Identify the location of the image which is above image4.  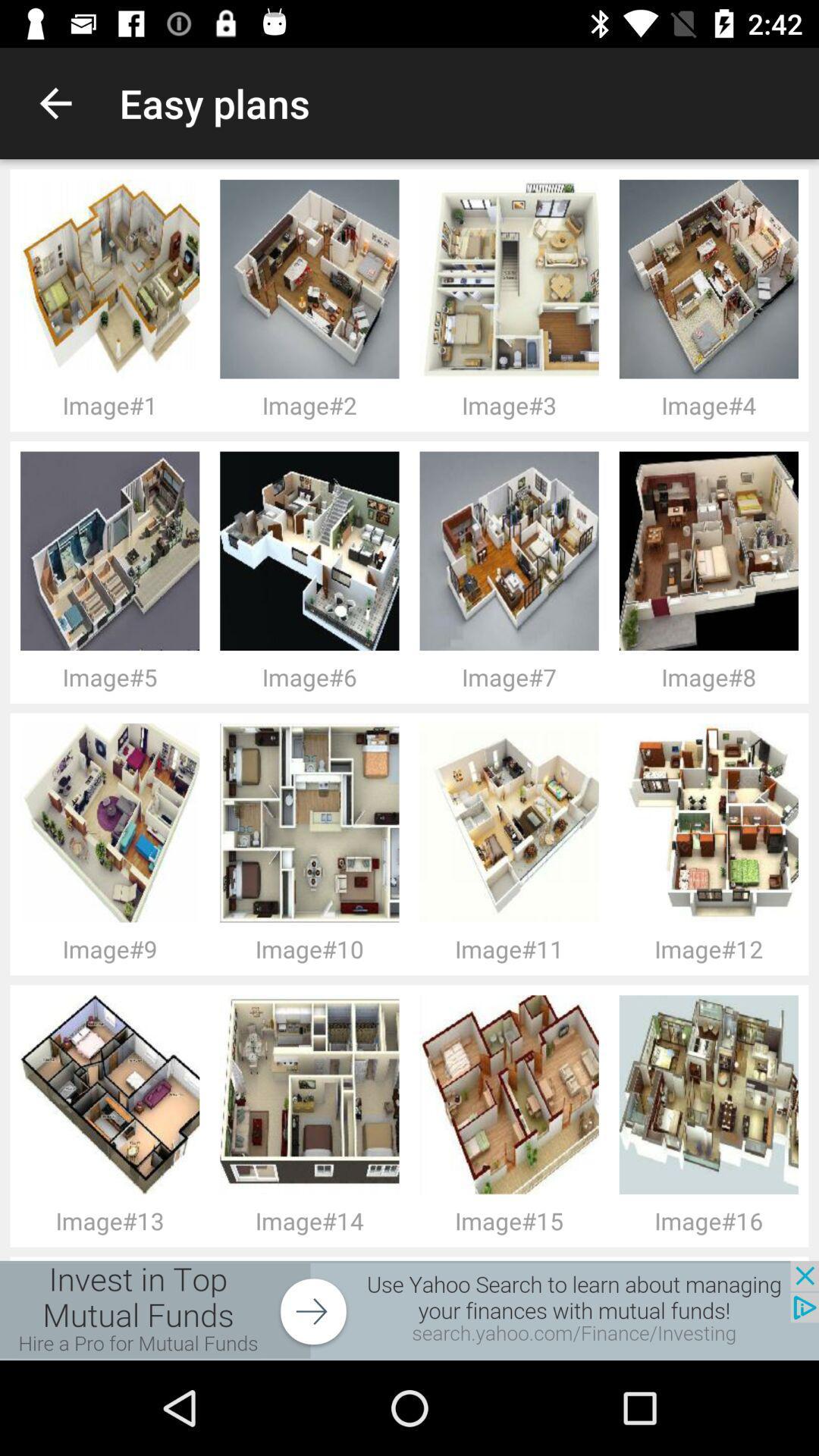
(714, 279).